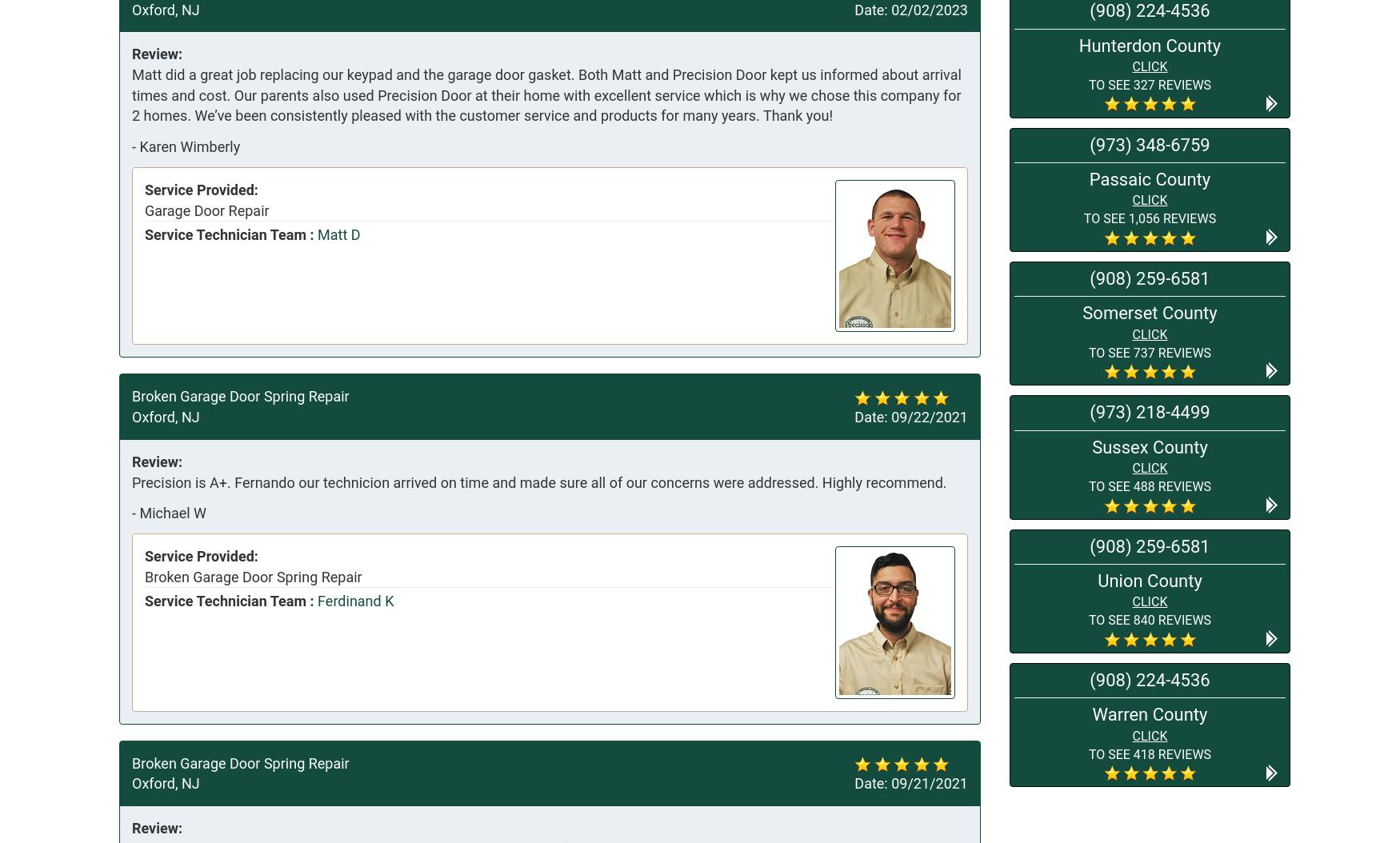  What do you see at coordinates (1148, 714) in the screenshot?
I see `'Warren County'` at bounding box center [1148, 714].